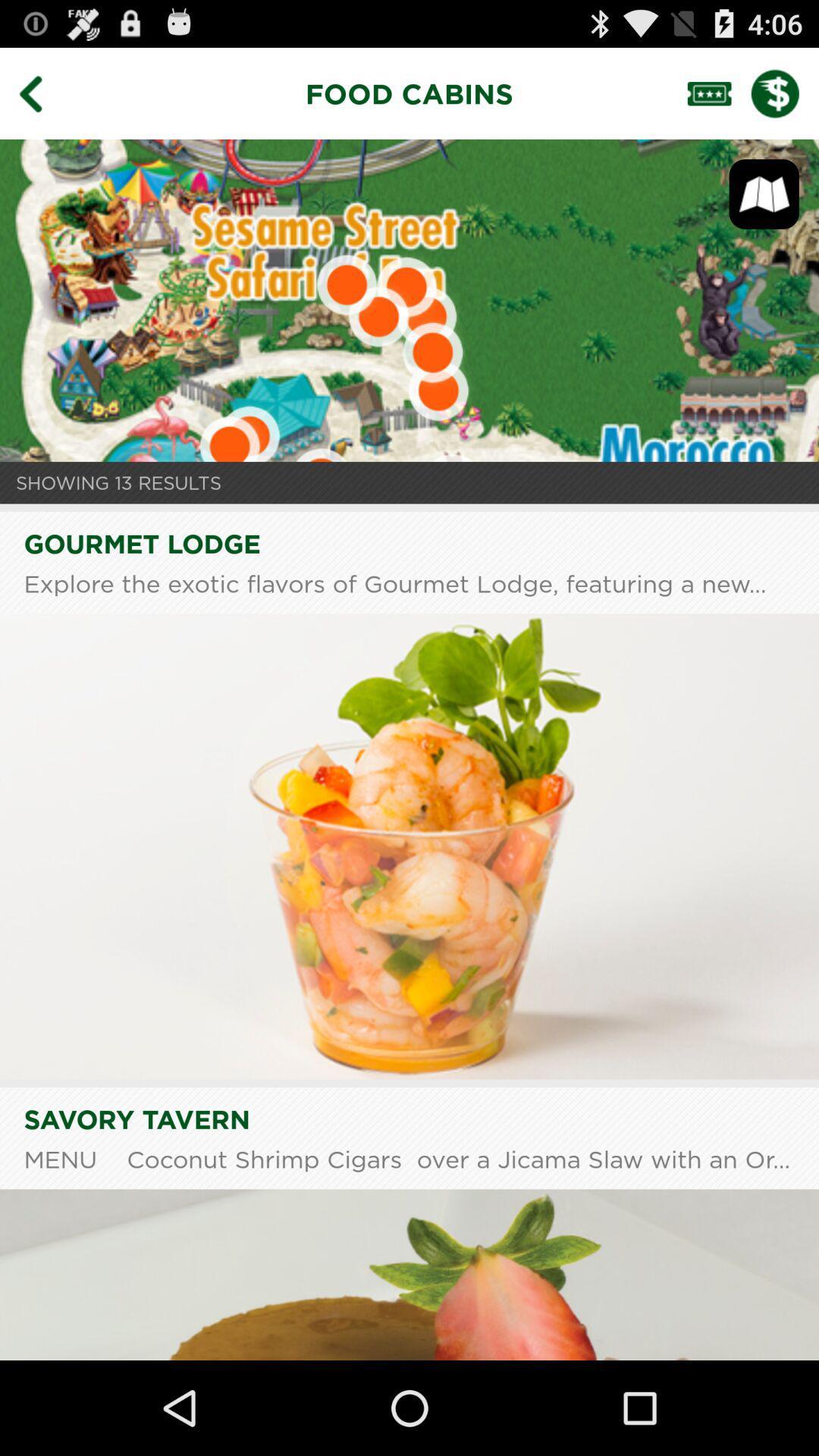 This screenshot has height=1456, width=819. What do you see at coordinates (41, 99) in the screenshot?
I see `the arrow_backward icon` at bounding box center [41, 99].